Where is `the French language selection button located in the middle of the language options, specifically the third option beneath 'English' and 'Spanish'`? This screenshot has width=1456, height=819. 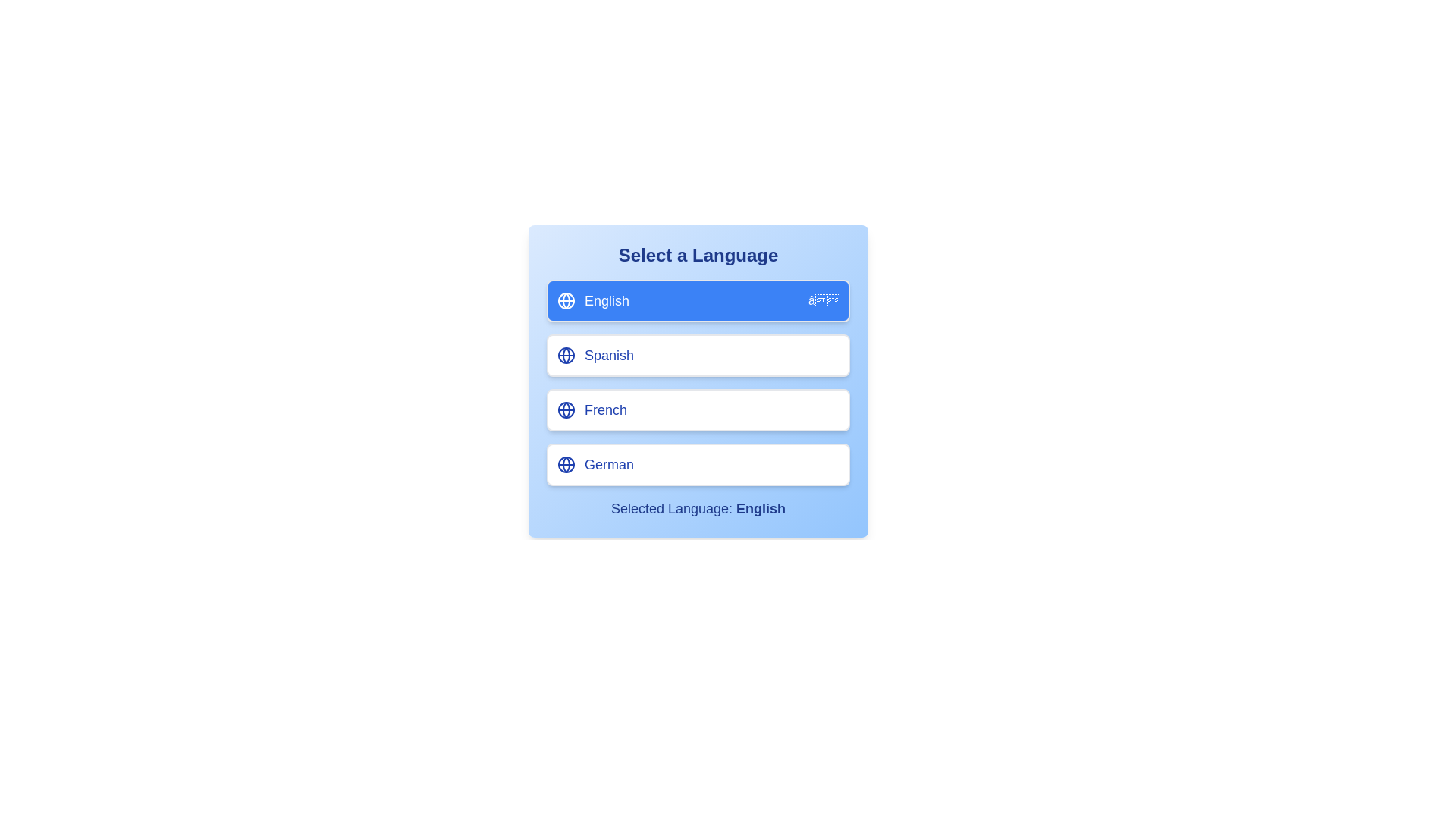
the French language selection button located in the middle of the language options, specifically the third option beneath 'English' and 'Spanish' is located at coordinates (698, 409).